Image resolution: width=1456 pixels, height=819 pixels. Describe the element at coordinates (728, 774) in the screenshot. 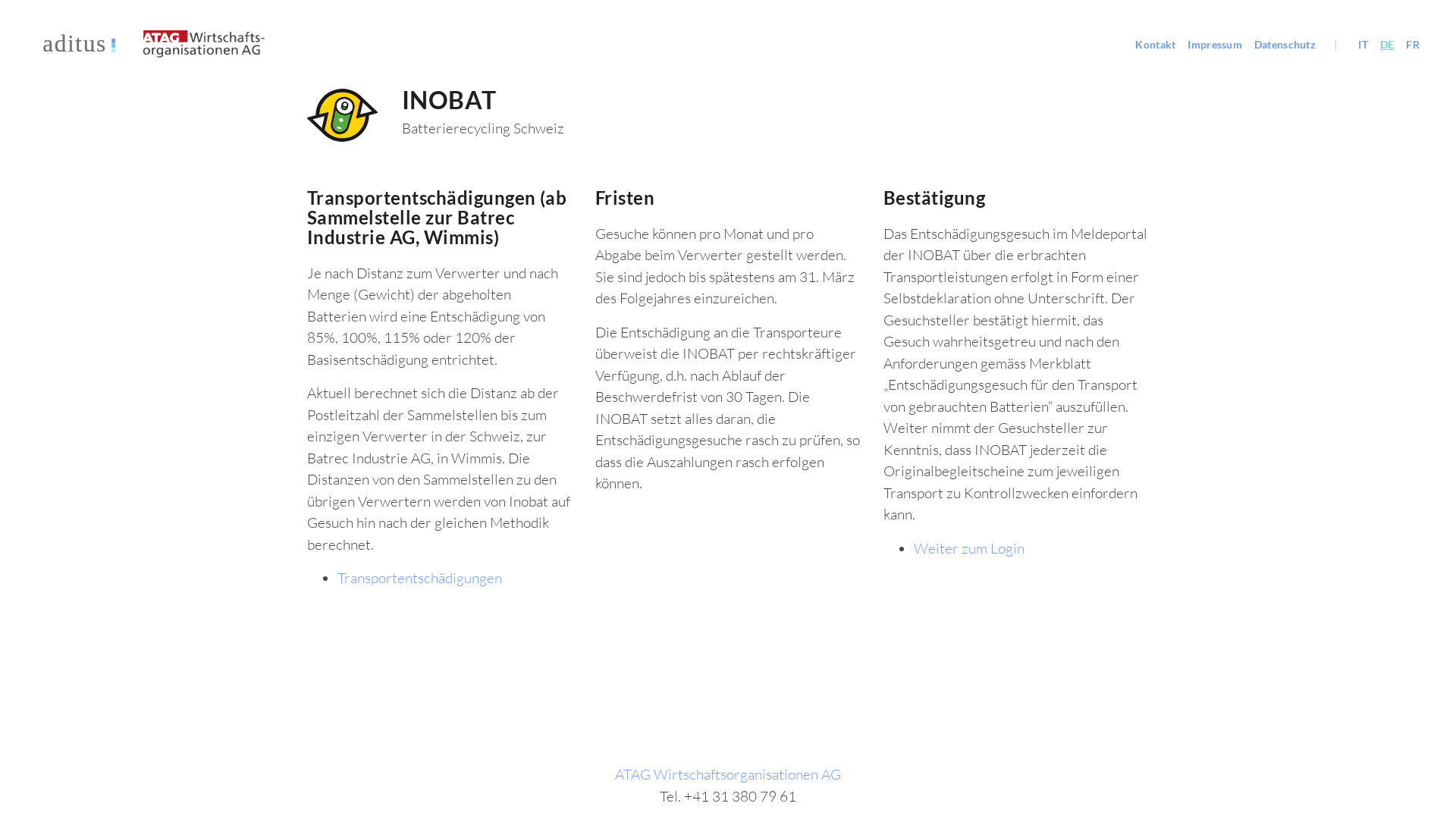

I see `'ATAG Wirtschaftsorganisationen AG'` at that location.